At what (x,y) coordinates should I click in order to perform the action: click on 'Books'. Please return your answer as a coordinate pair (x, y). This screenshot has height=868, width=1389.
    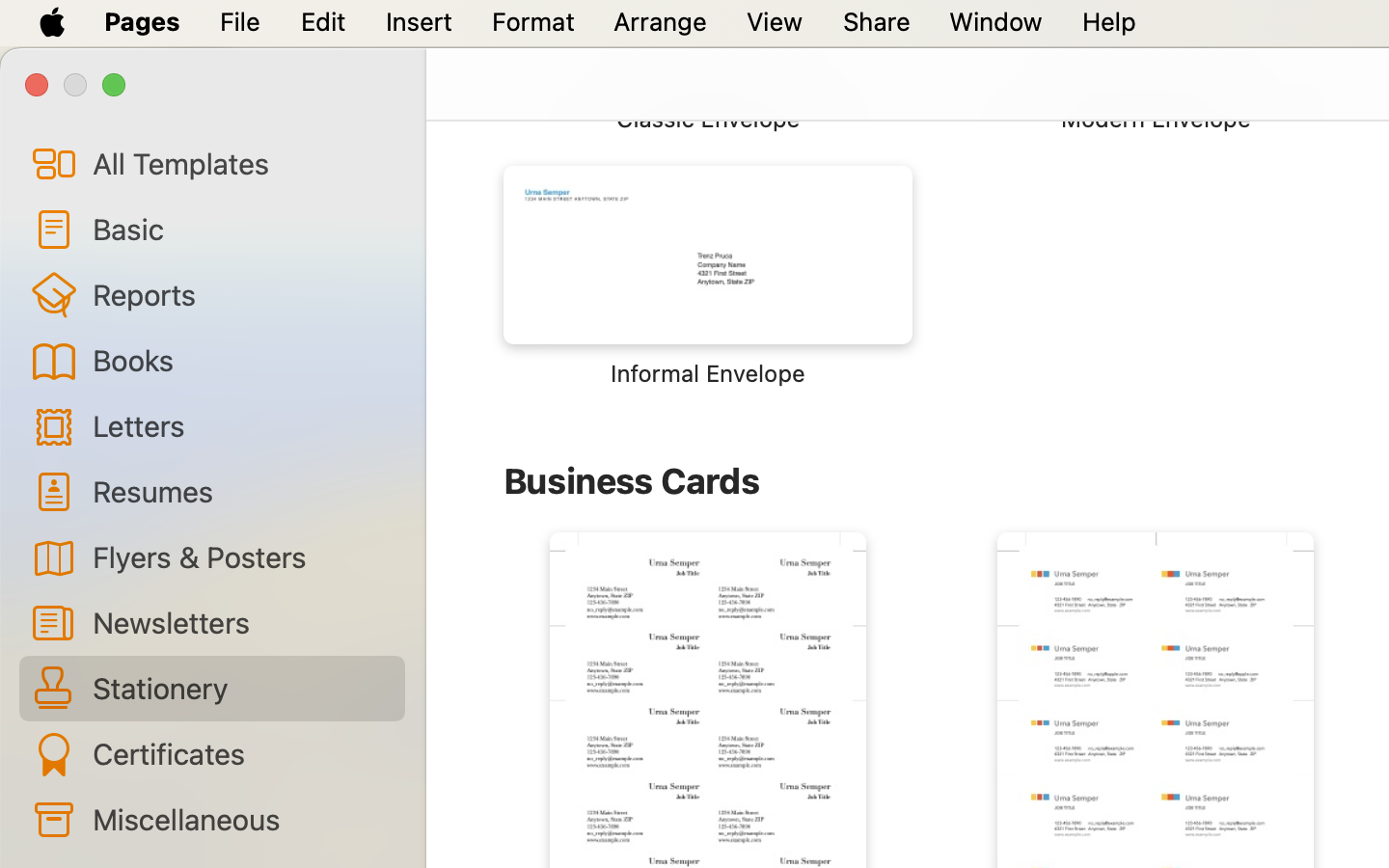
    Looking at the image, I should click on (239, 359).